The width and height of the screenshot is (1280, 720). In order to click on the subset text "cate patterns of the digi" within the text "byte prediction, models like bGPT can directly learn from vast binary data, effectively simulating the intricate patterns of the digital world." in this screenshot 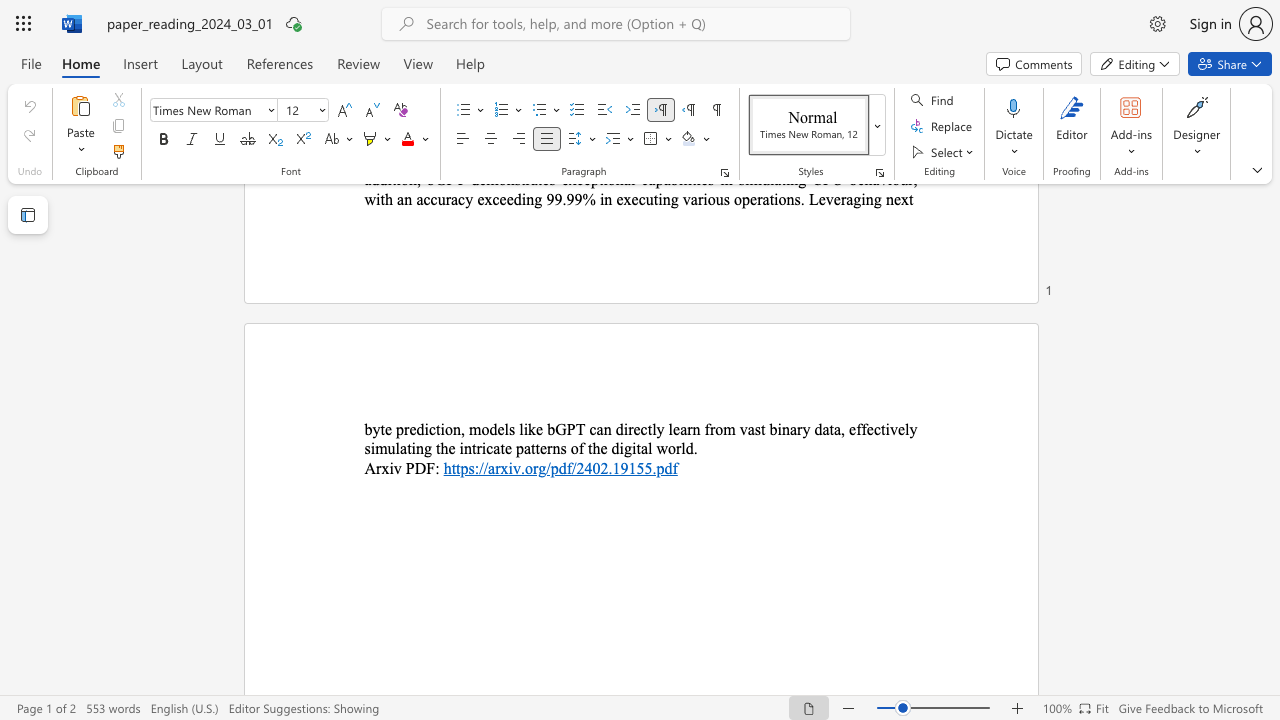, I will do `click(486, 447)`.